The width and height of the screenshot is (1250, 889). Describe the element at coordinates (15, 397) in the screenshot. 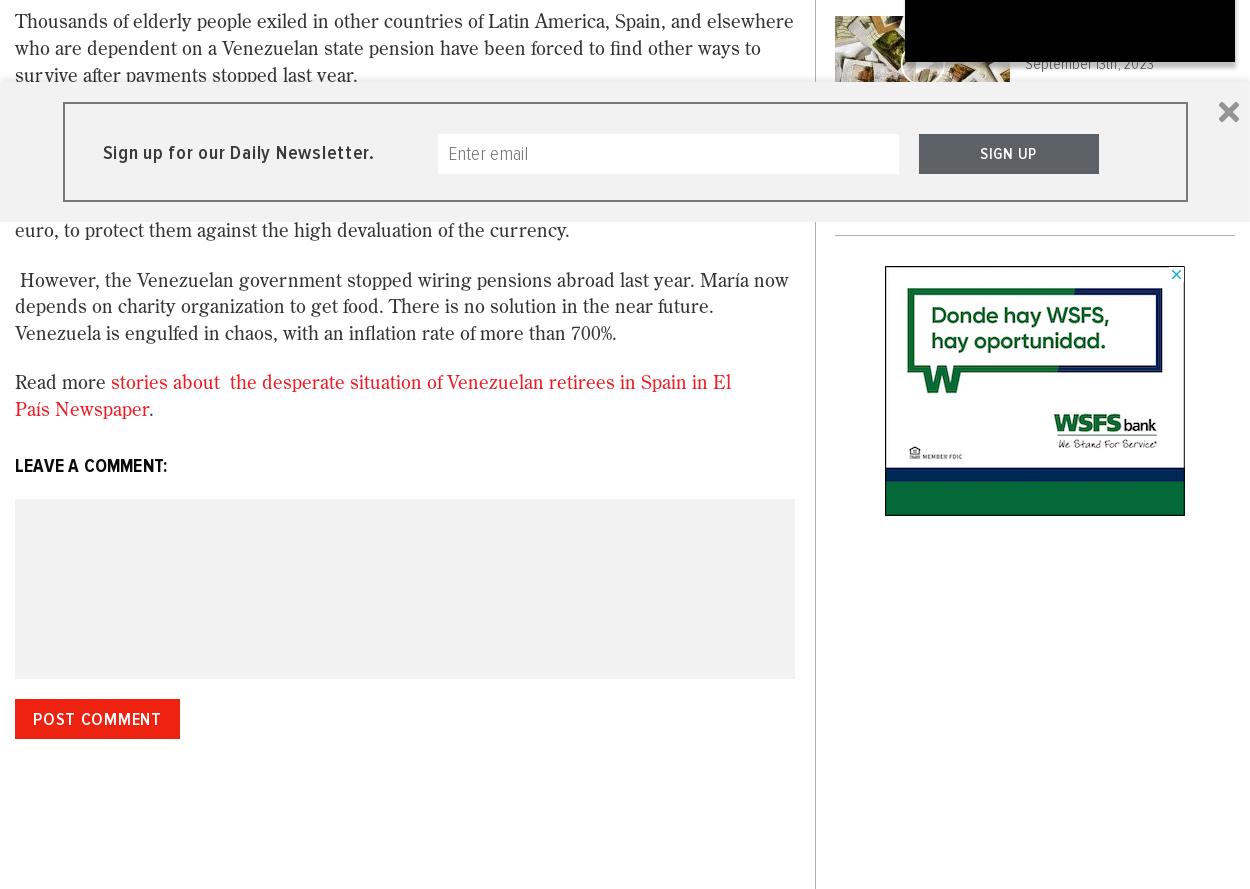

I see `'stories about  the desperate situation of Venezuelan retirees in Spain in El País Newspaper'` at that location.